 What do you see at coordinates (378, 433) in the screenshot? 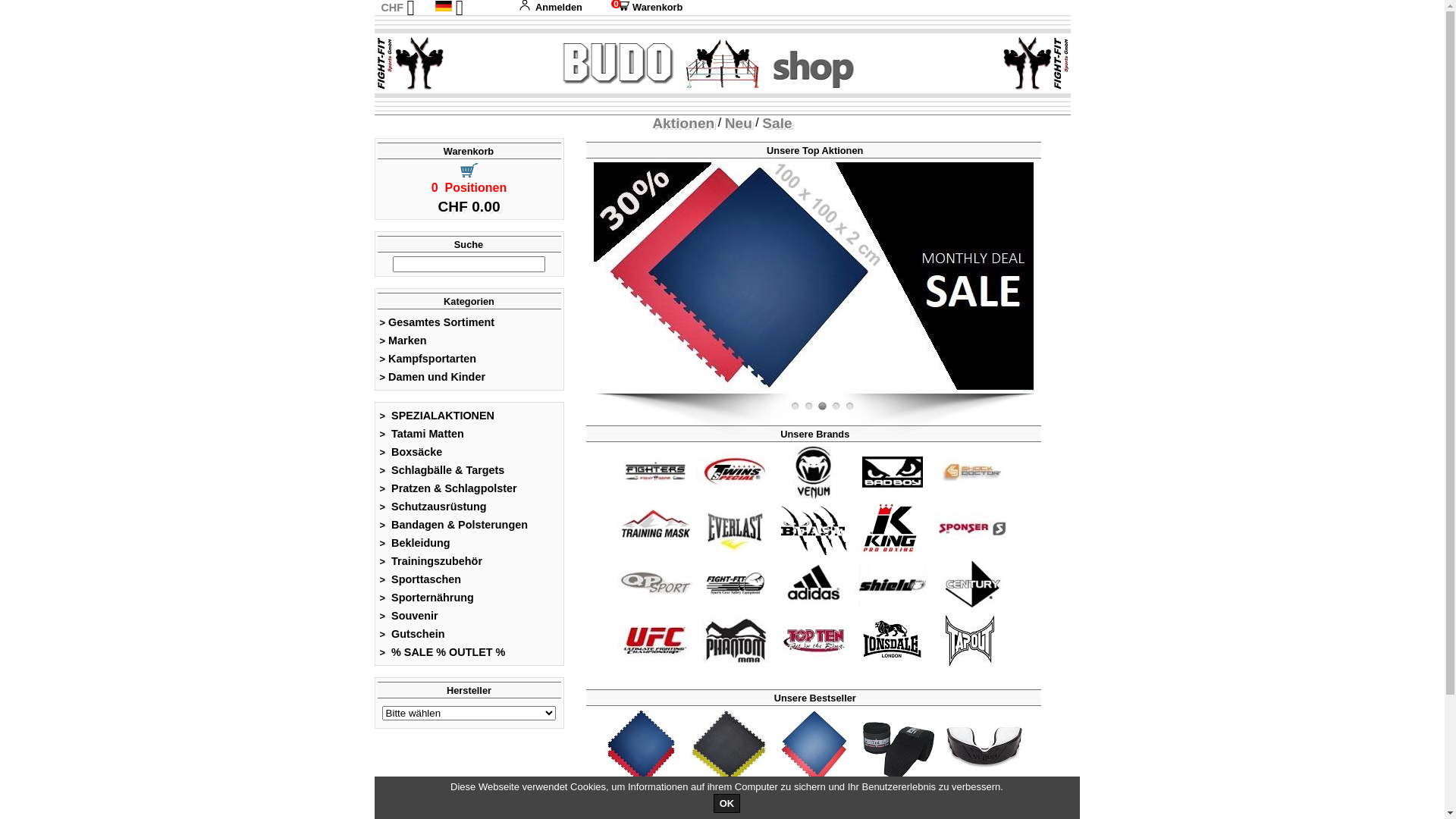
I see `'>  Tatami Matten'` at bounding box center [378, 433].